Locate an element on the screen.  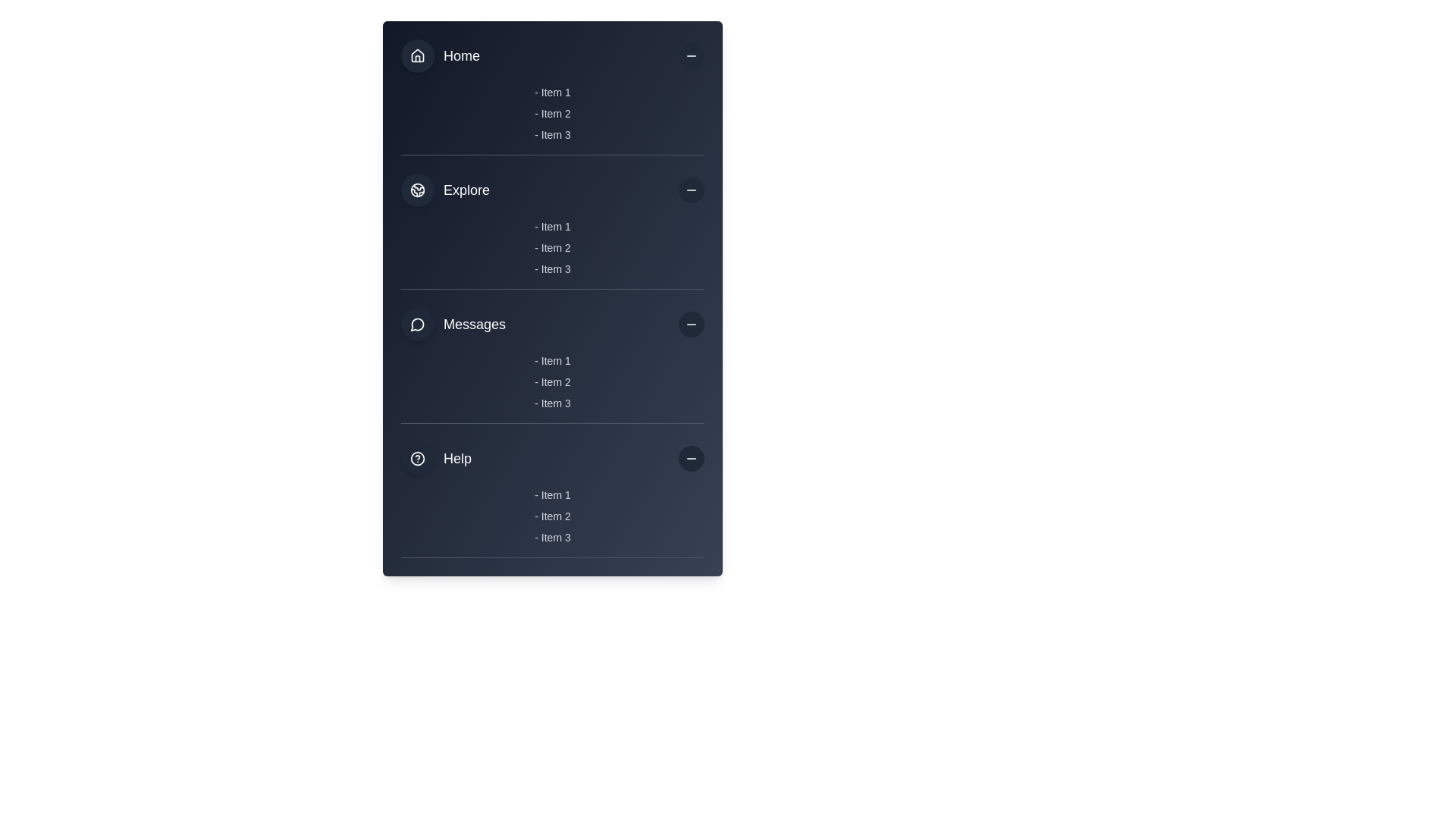
the List item text representing '- Item 2' is located at coordinates (552, 113).